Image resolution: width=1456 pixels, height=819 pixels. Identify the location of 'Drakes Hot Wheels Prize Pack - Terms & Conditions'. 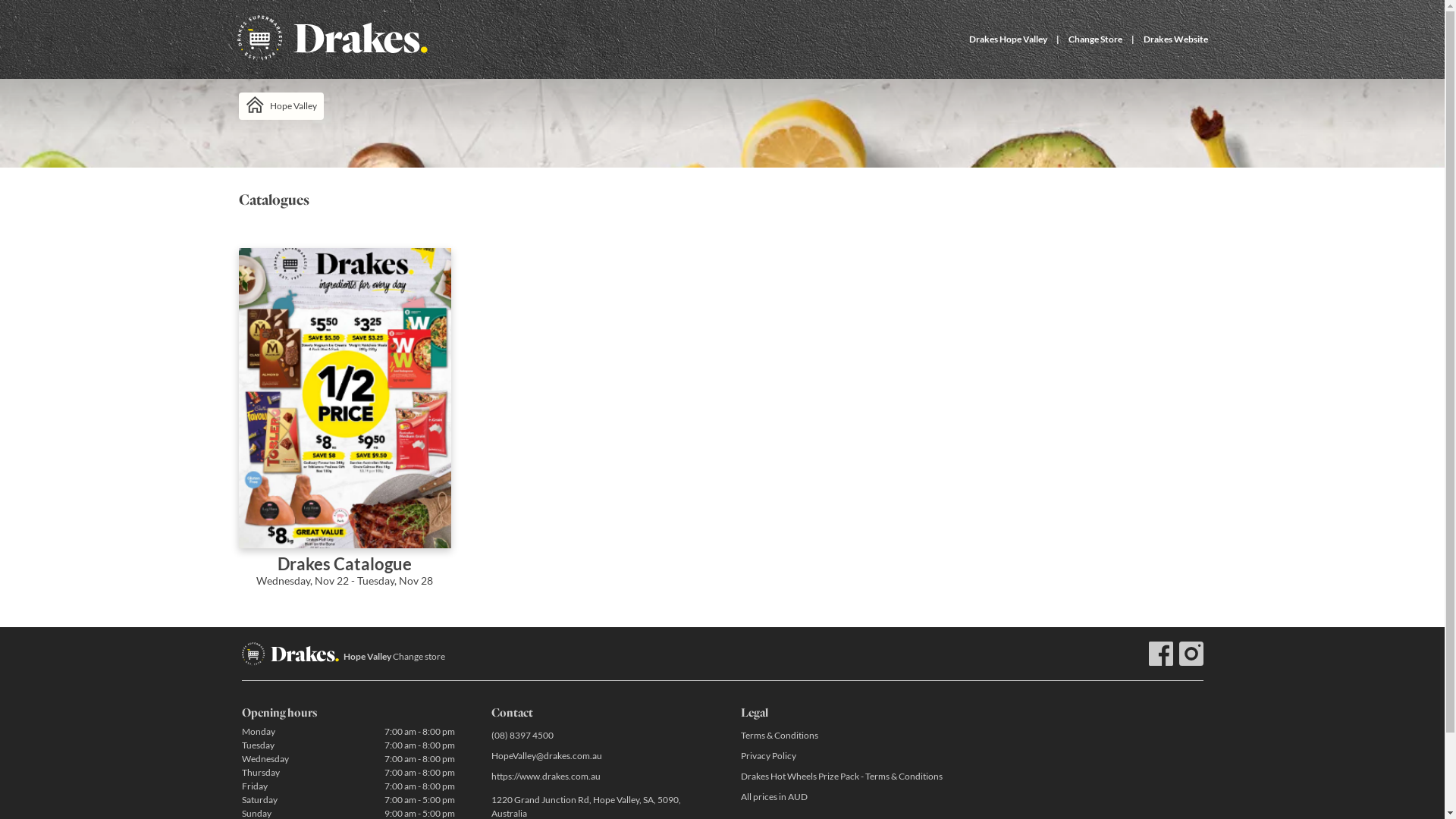
(846, 776).